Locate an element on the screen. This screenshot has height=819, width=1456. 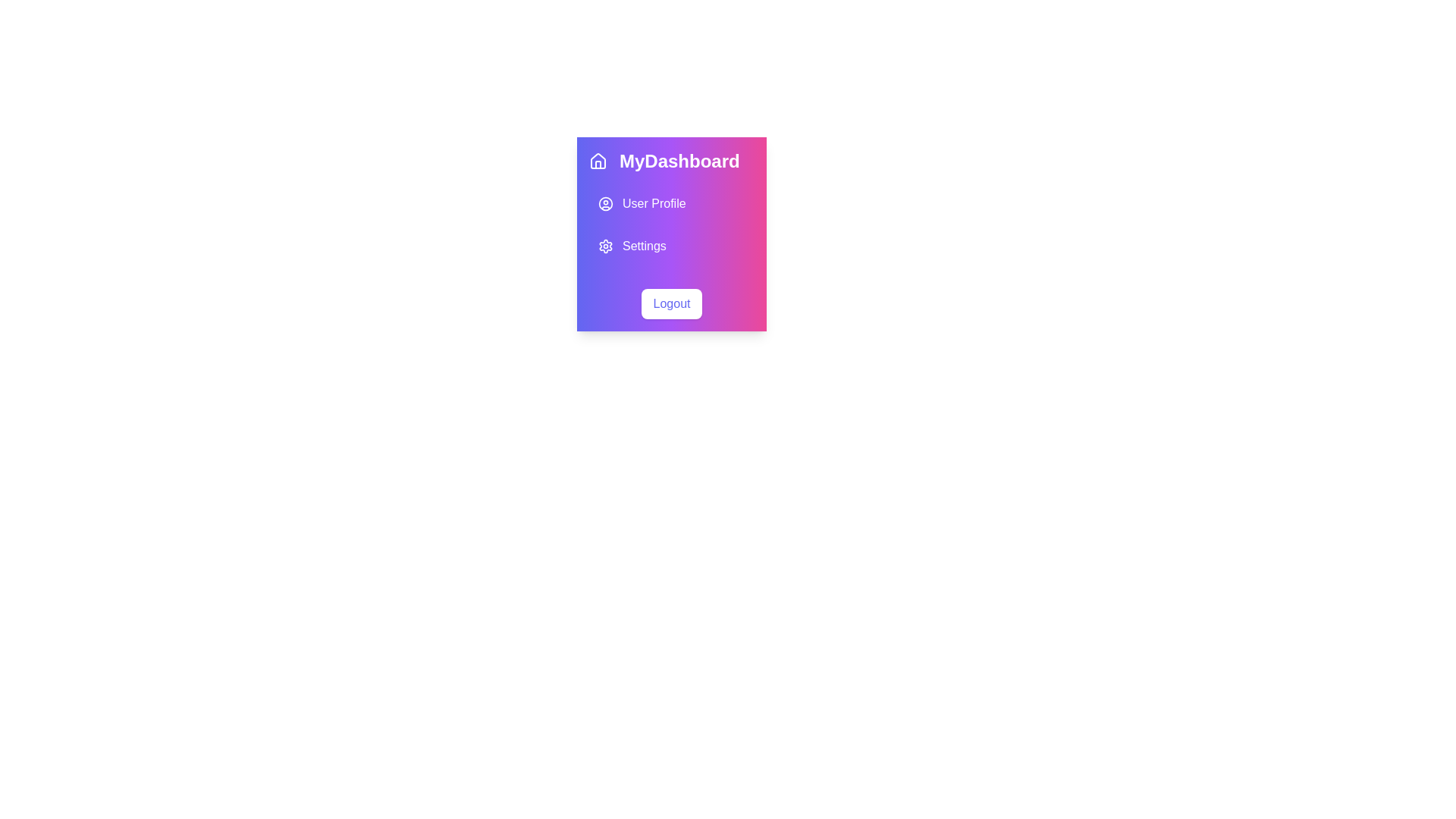
the logout button located at the bottom of the 'MyDashboard' section to log out of the system is located at coordinates (671, 304).